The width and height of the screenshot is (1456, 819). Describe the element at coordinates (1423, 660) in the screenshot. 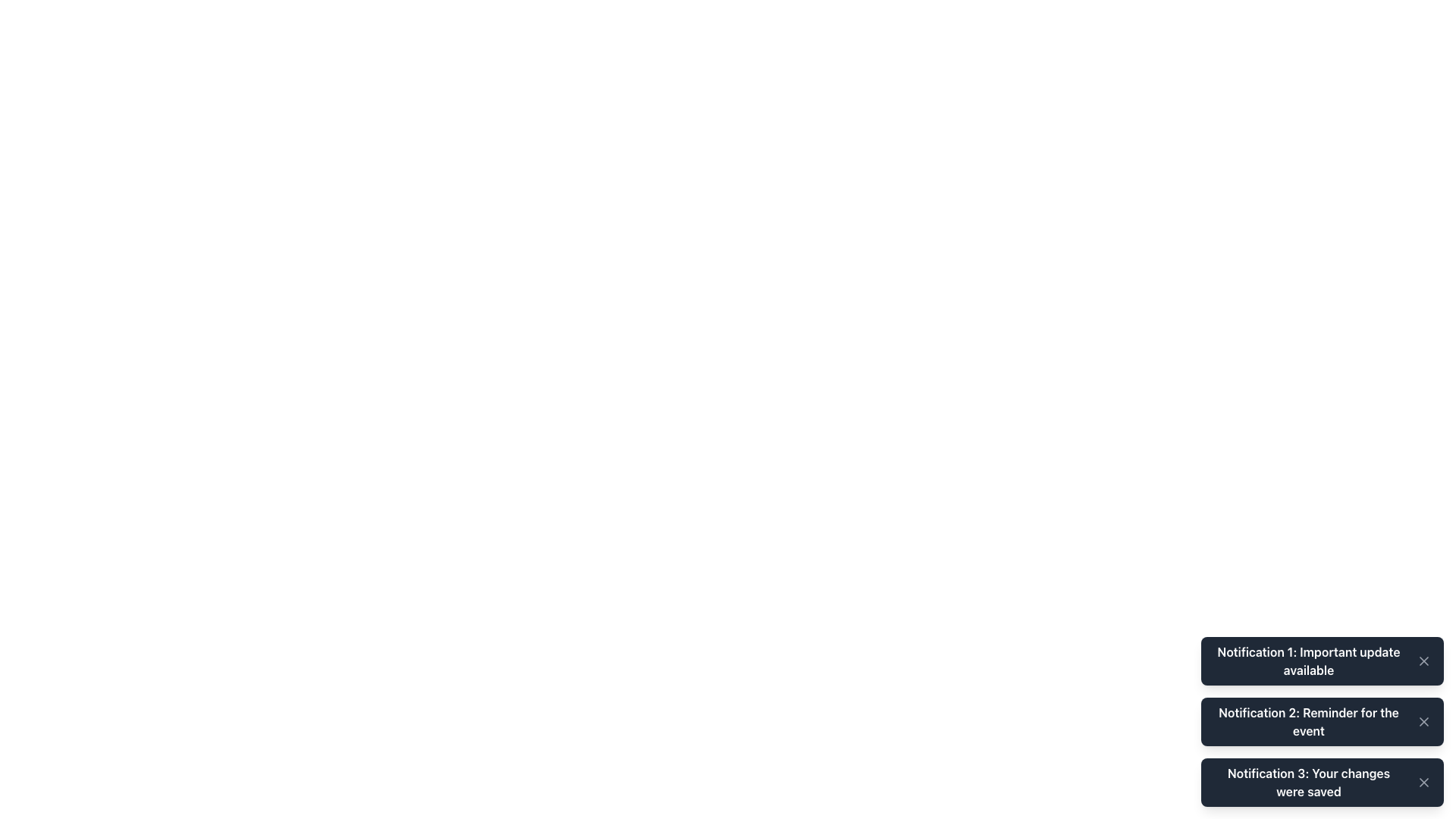

I see `the close button located at the top-right corner of 'Notification 1: Important update available.'` at that location.